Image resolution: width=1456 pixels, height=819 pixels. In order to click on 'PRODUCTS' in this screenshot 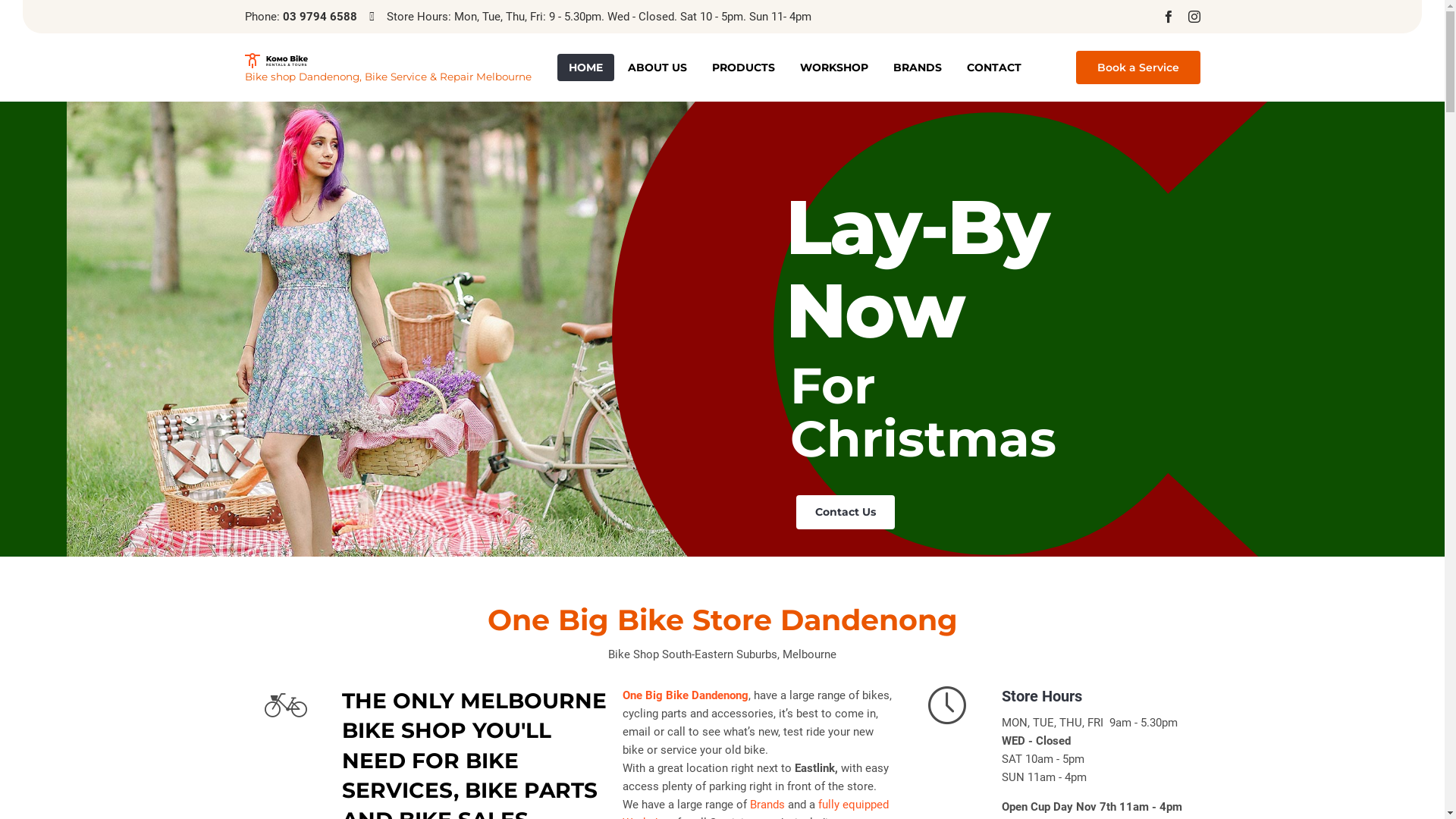, I will do `click(743, 66)`.